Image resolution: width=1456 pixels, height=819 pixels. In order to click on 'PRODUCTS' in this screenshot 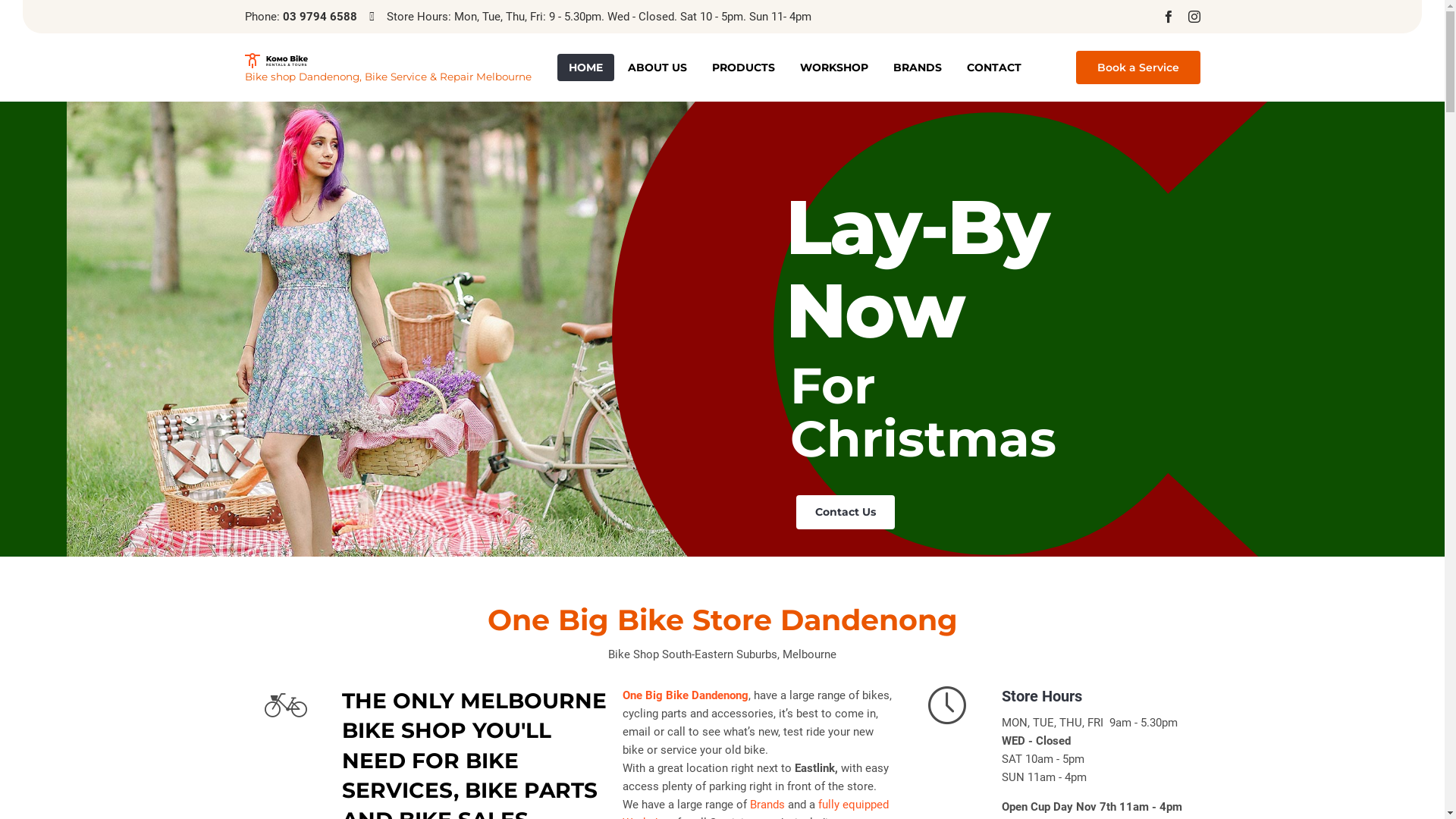, I will do `click(743, 66)`.